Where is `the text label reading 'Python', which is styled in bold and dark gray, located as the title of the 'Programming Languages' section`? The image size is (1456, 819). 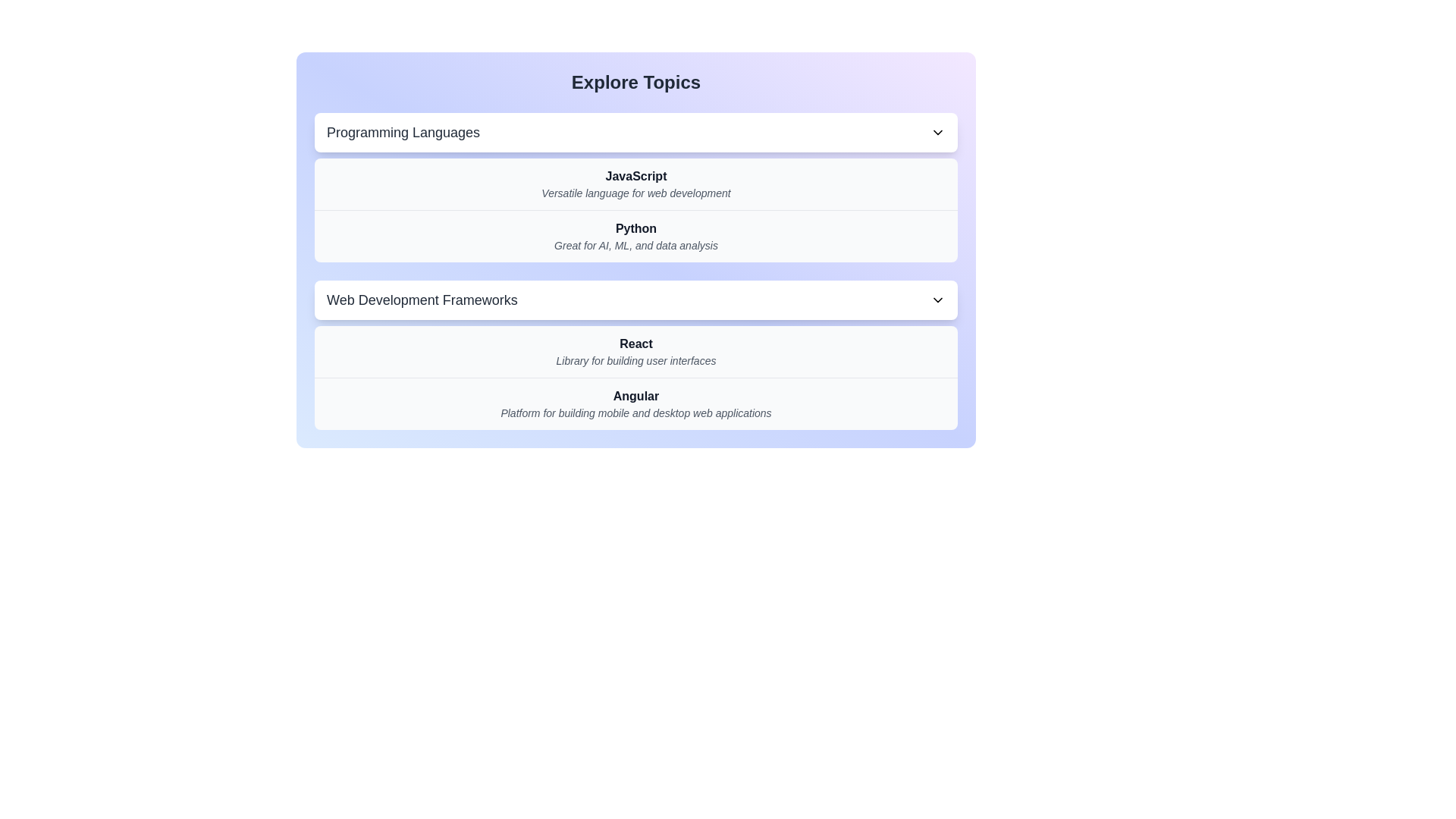 the text label reading 'Python', which is styled in bold and dark gray, located as the title of the 'Programming Languages' section is located at coordinates (636, 228).